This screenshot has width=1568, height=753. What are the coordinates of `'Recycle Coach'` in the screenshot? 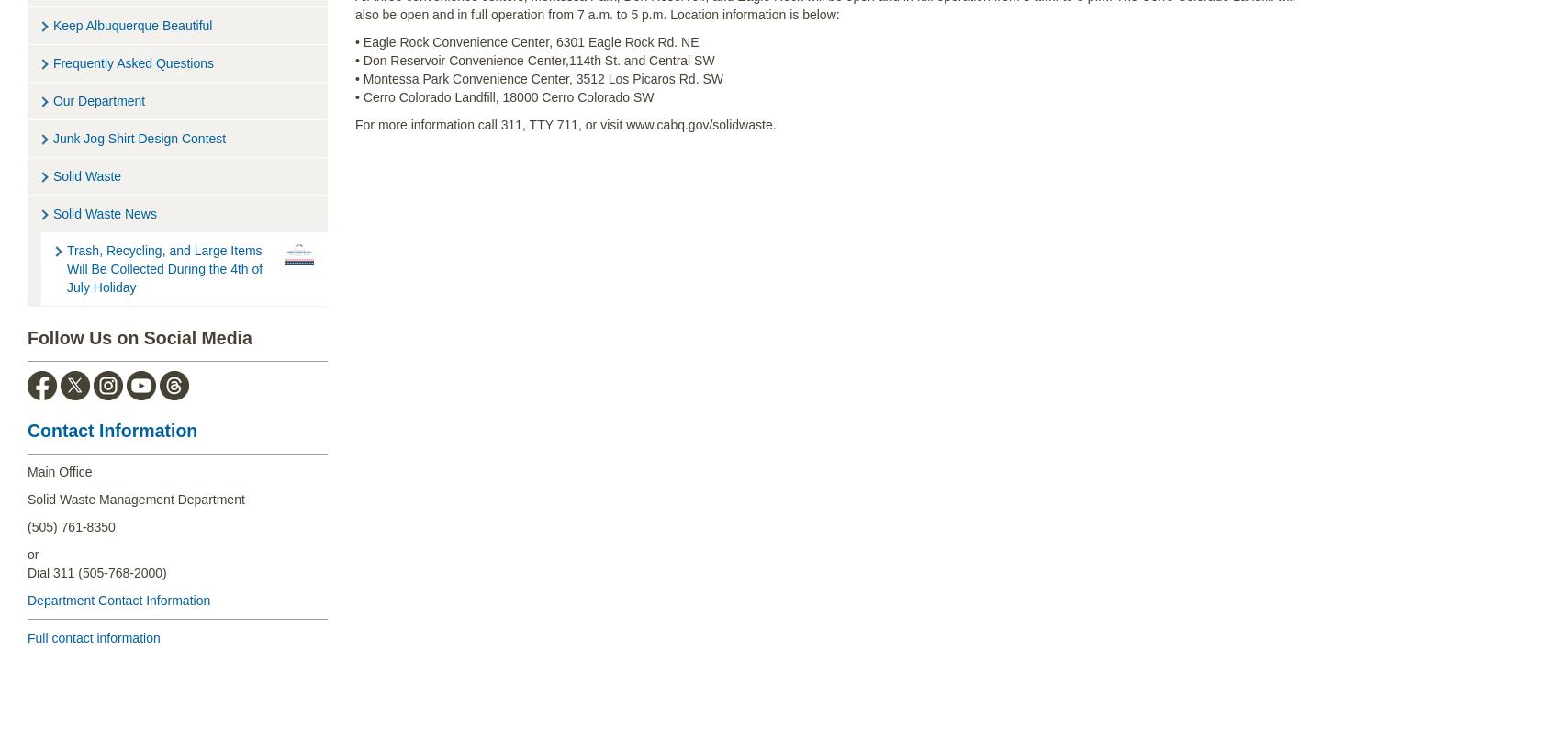 It's located at (1396, 51).